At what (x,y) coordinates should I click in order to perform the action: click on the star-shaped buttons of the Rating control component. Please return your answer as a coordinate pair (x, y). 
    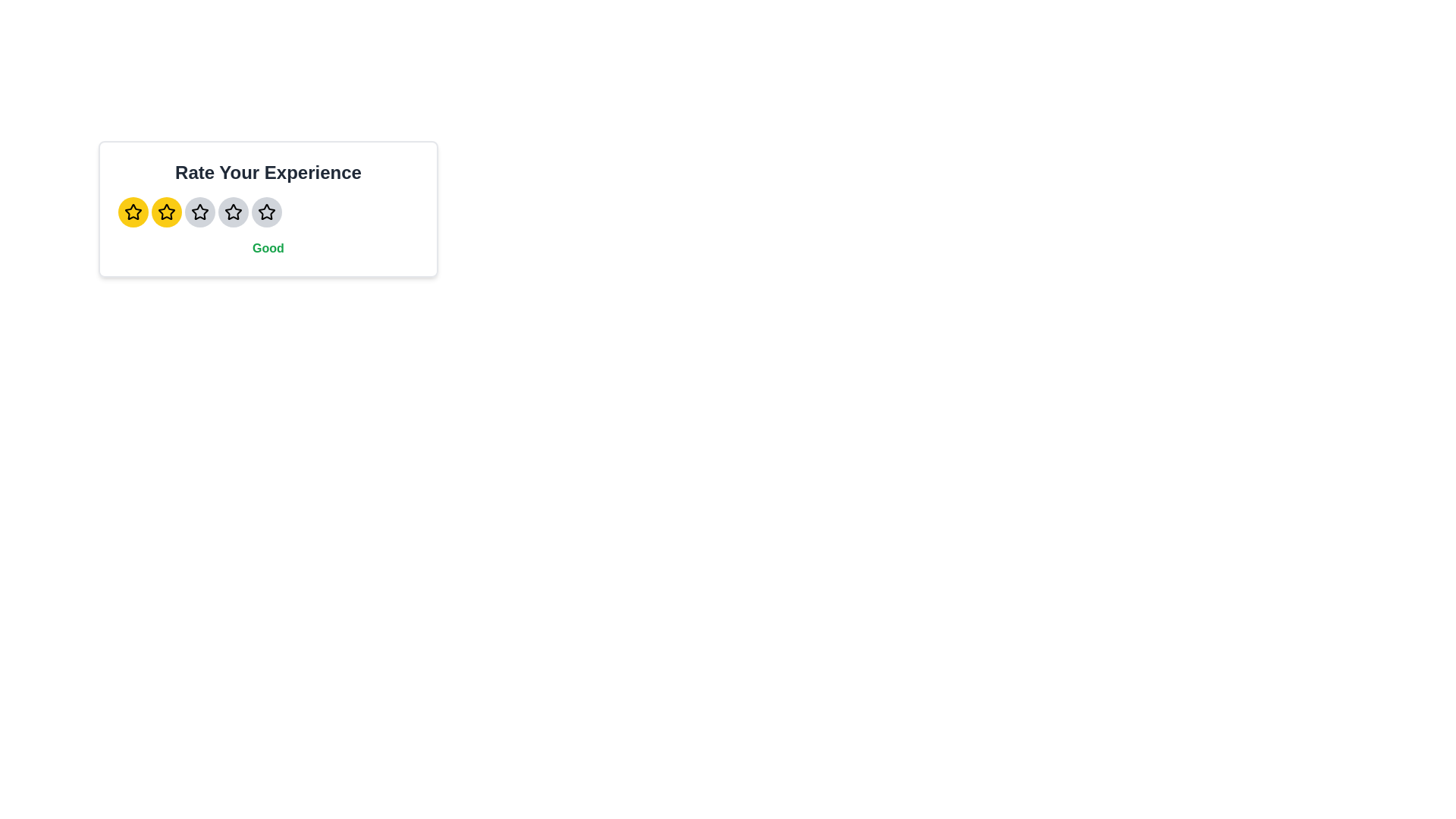
    Looking at the image, I should click on (268, 209).